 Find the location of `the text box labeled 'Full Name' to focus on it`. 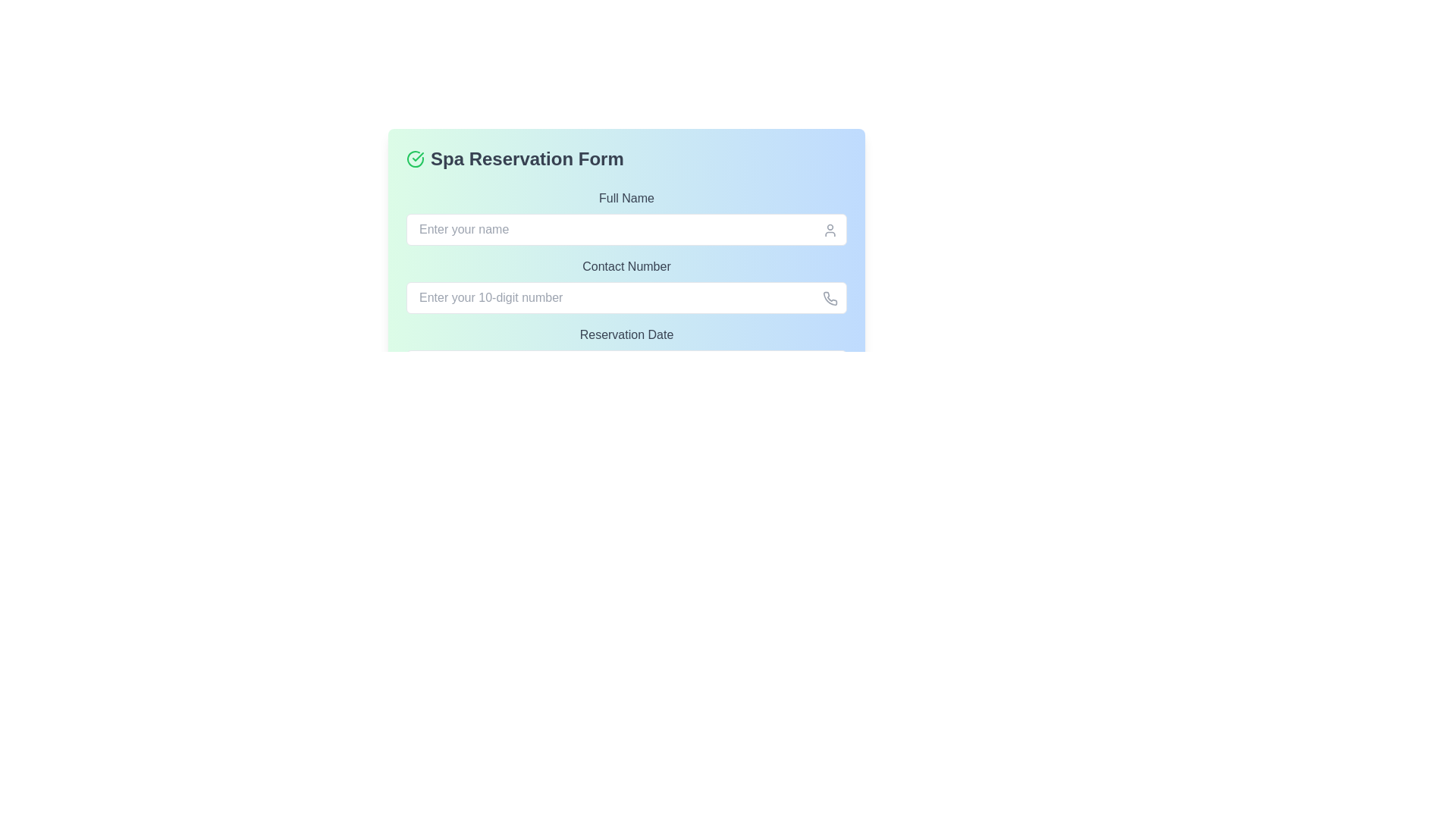

the text box labeled 'Full Name' to focus on it is located at coordinates (626, 217).